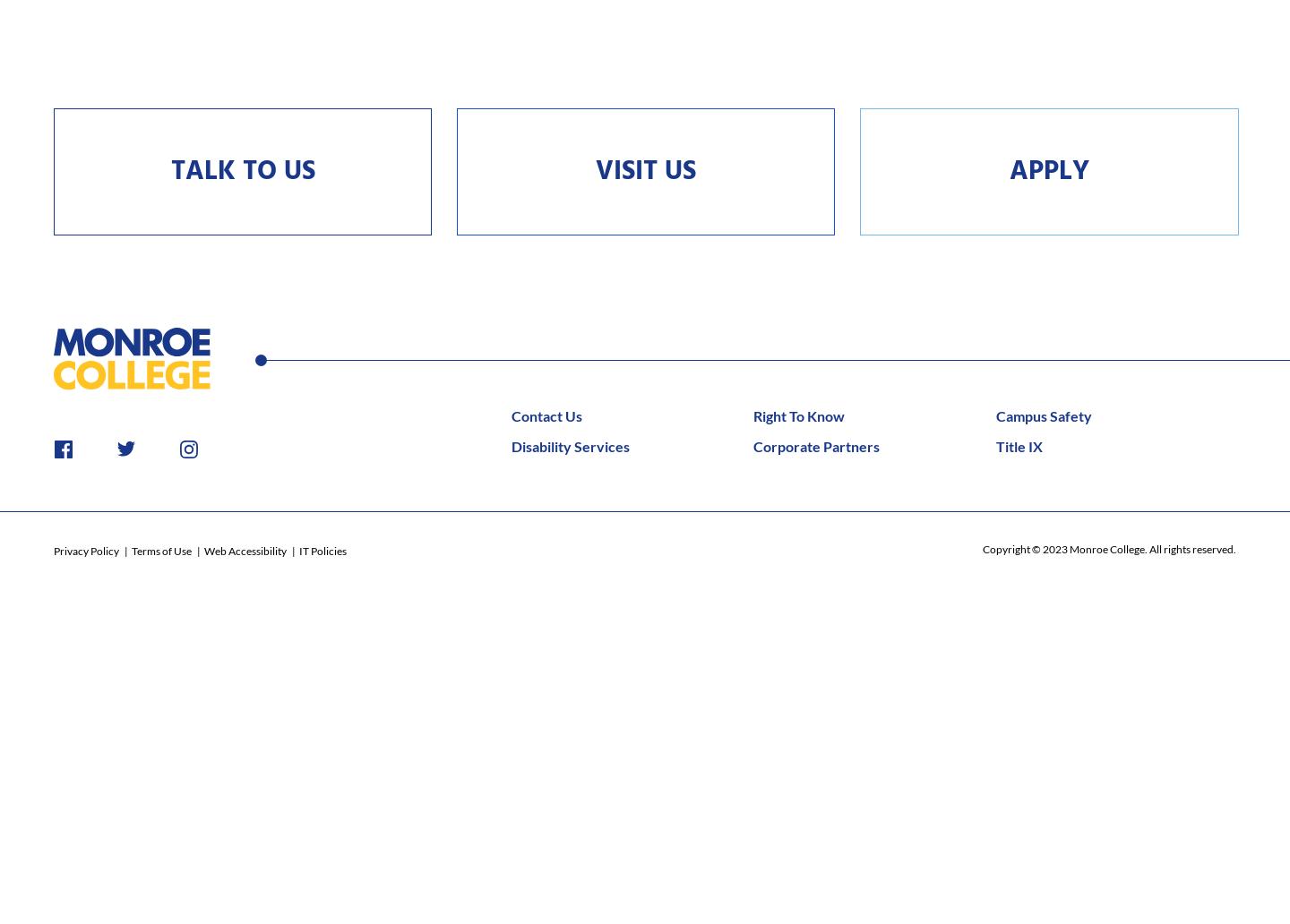  What do you see at coordinates (797, 414) in the screenshot?
I see `'Right To Know'` at bounding box center [797, 414].